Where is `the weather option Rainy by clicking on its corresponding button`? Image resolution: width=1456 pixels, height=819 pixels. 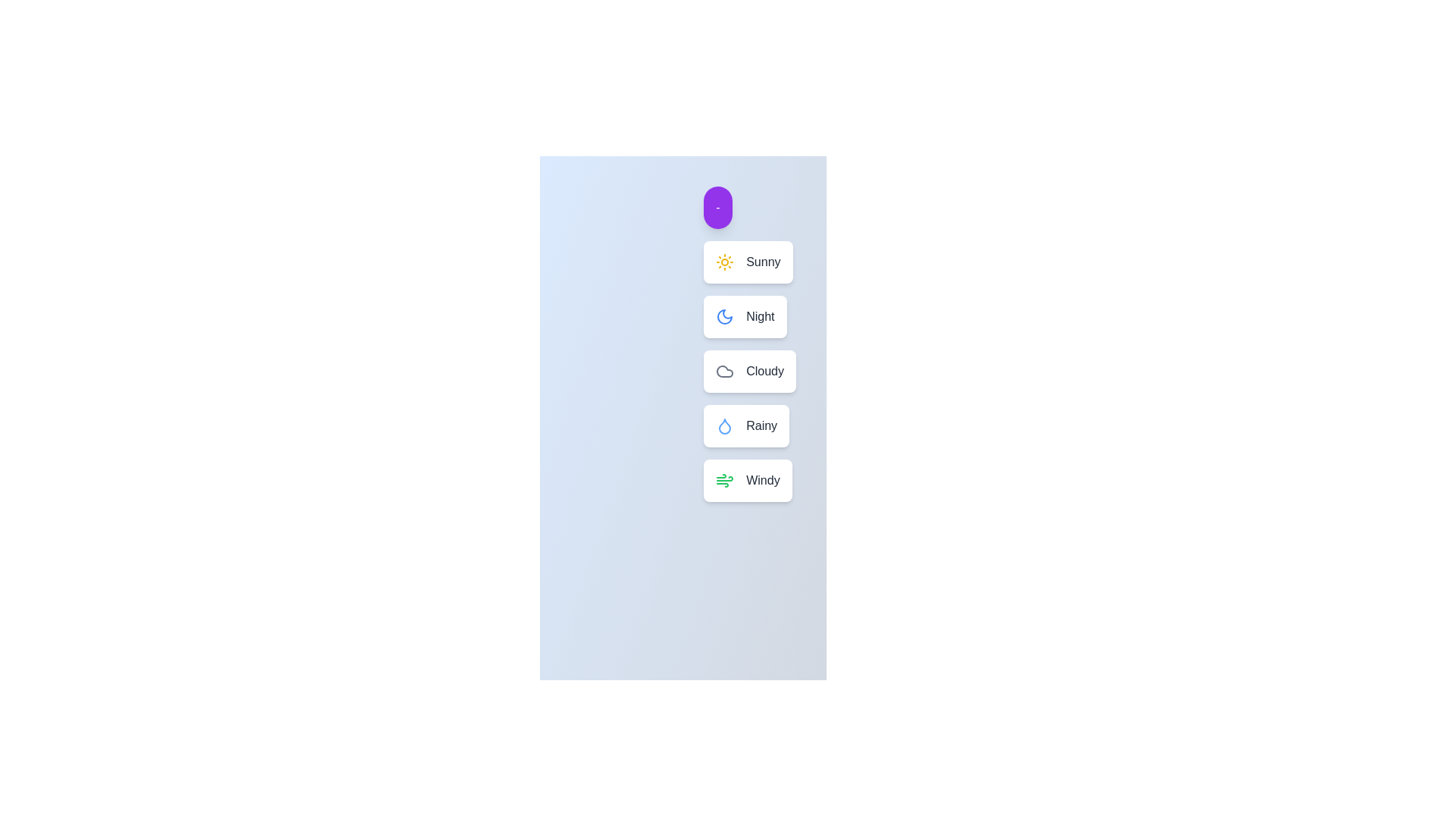 the weather option Rainy by clicking on its corresponding button is located at coordinates (746, 426).